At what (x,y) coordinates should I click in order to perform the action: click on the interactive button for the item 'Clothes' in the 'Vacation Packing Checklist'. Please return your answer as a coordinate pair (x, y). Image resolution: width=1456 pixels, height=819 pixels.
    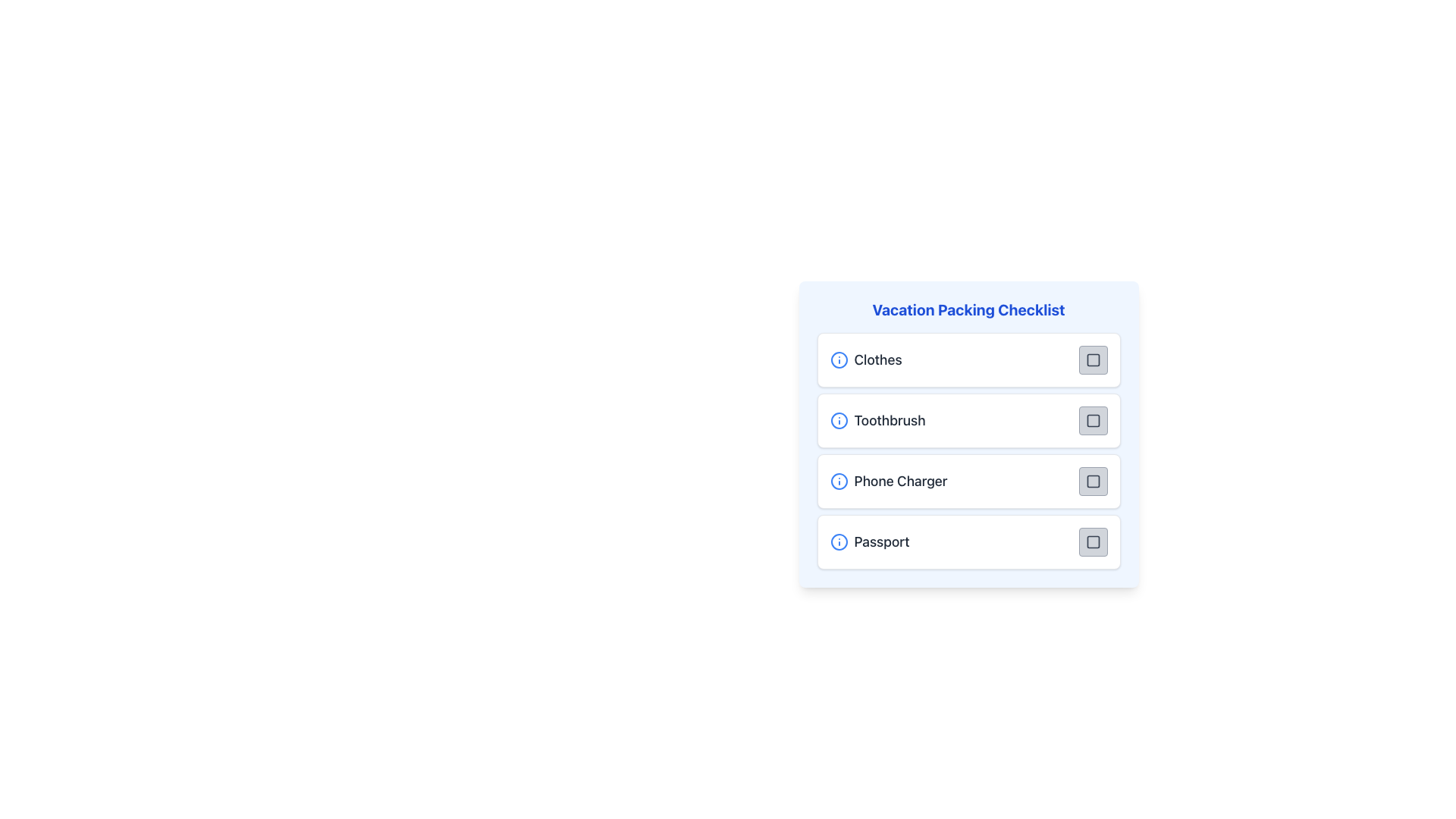
    Looking at the image, I should click on (1093, 359).